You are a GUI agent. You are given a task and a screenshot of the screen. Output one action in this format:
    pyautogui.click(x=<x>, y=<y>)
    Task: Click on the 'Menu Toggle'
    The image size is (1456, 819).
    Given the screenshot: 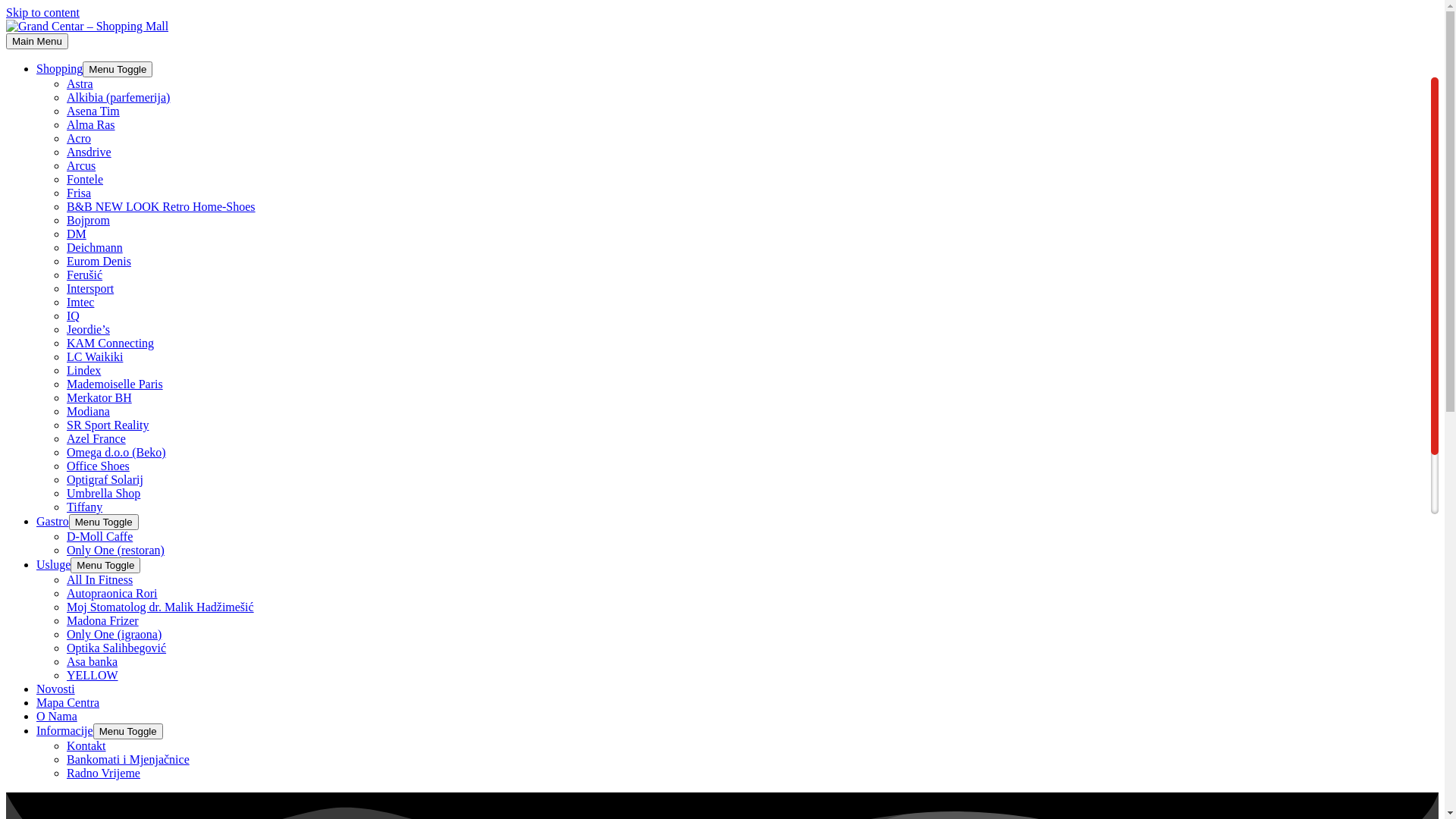 What is the action you would take?
    pyautogui.click(x=103, y=521)
    